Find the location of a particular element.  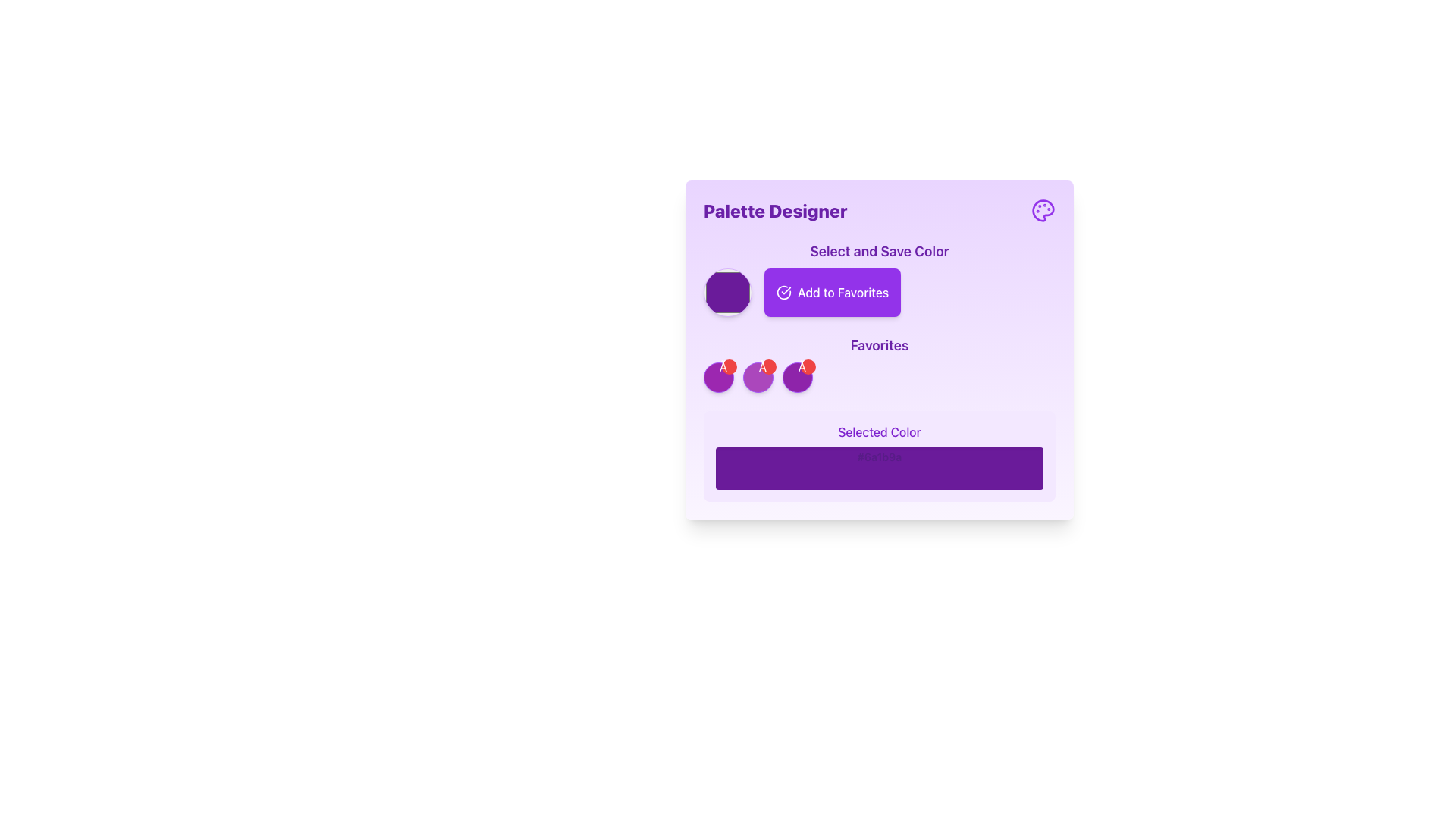

the vibrant purple Color selector button is located at coordinates (728, 292).